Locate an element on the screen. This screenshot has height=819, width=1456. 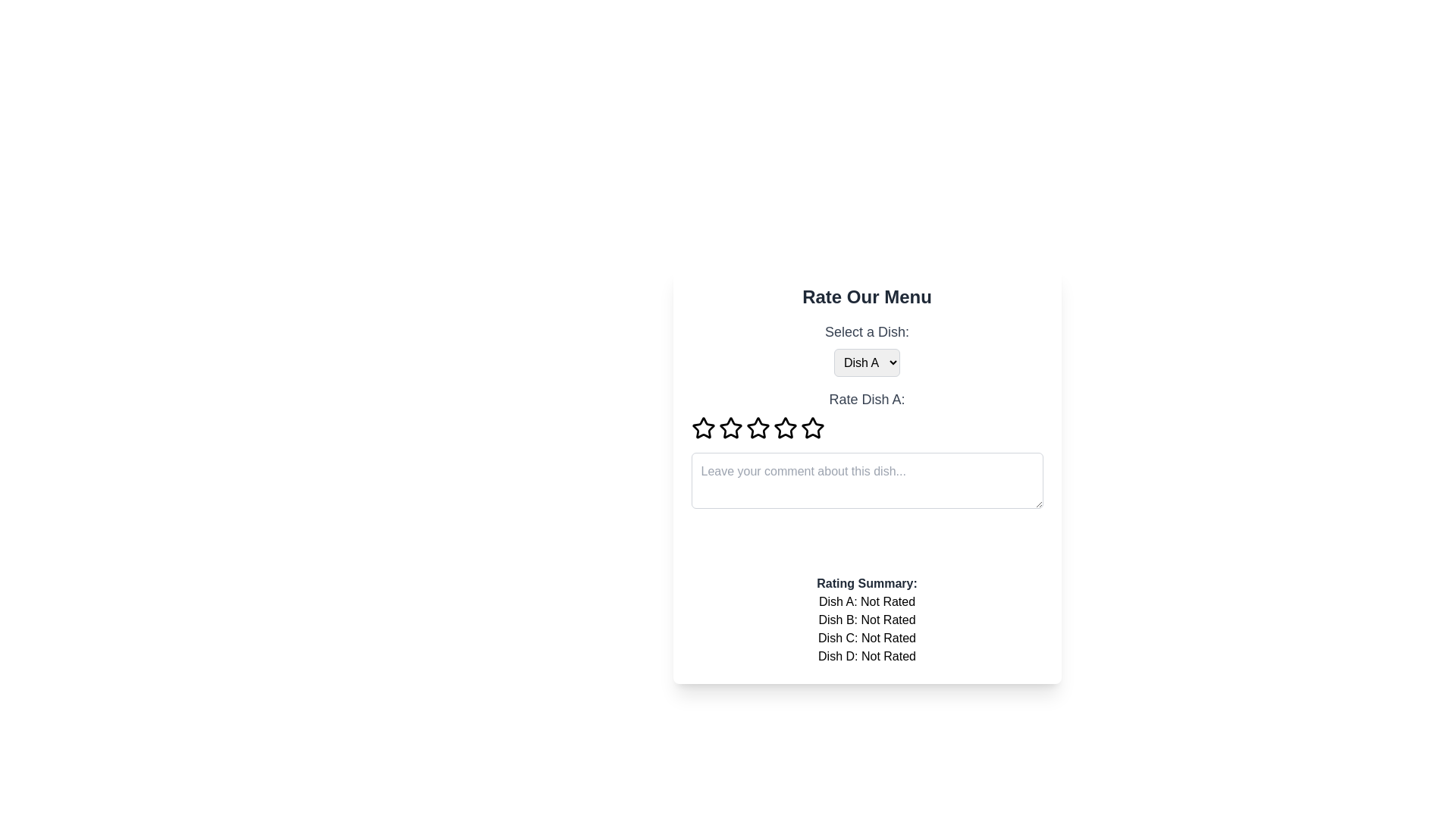
the second star icon in the rating system is located at coordinates (730, 428).